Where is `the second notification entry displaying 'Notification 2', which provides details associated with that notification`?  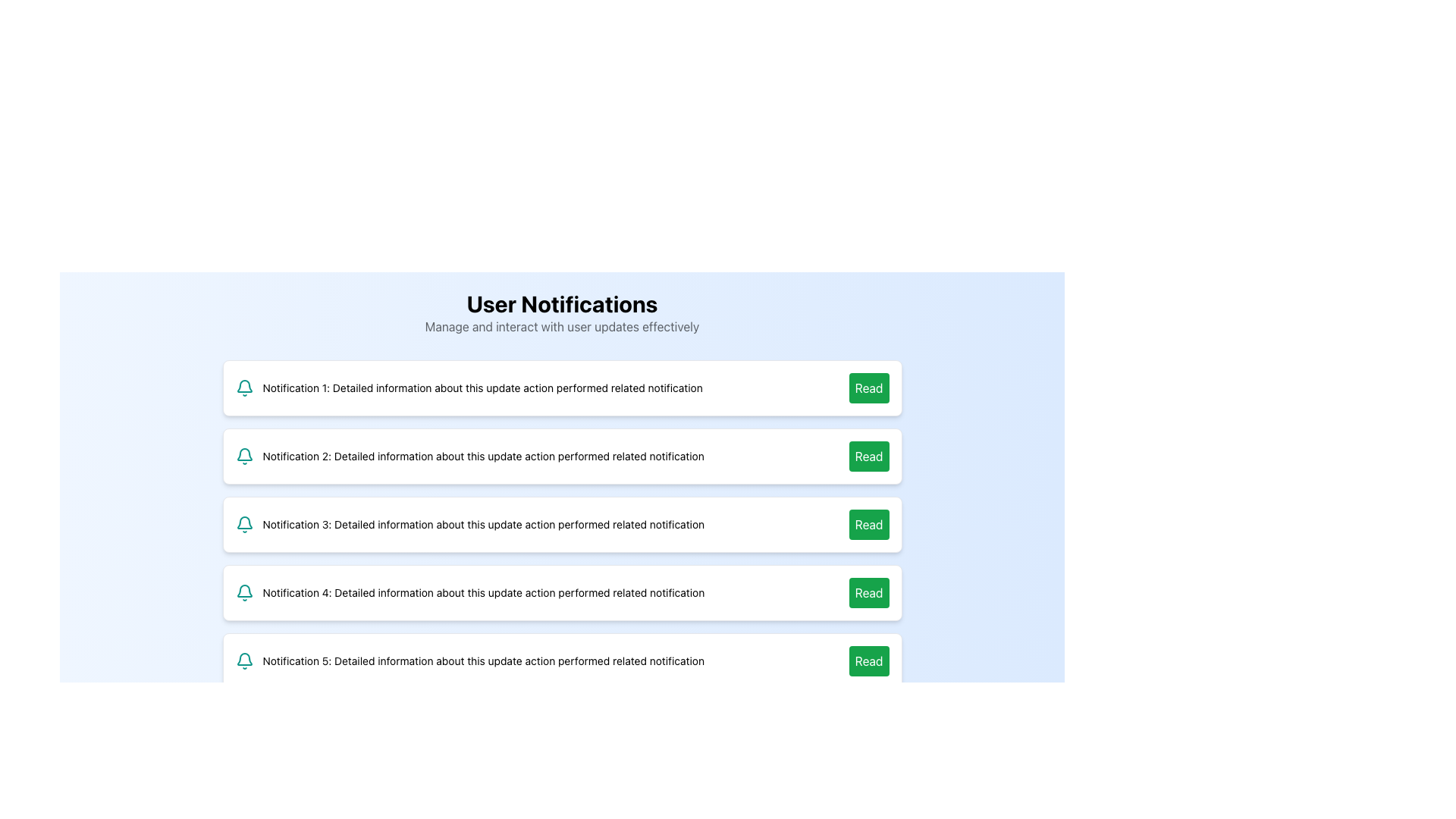 the second notification entry displaying 'Notification 2', which provides details associated with that notification is located at coordinates (482, 455).